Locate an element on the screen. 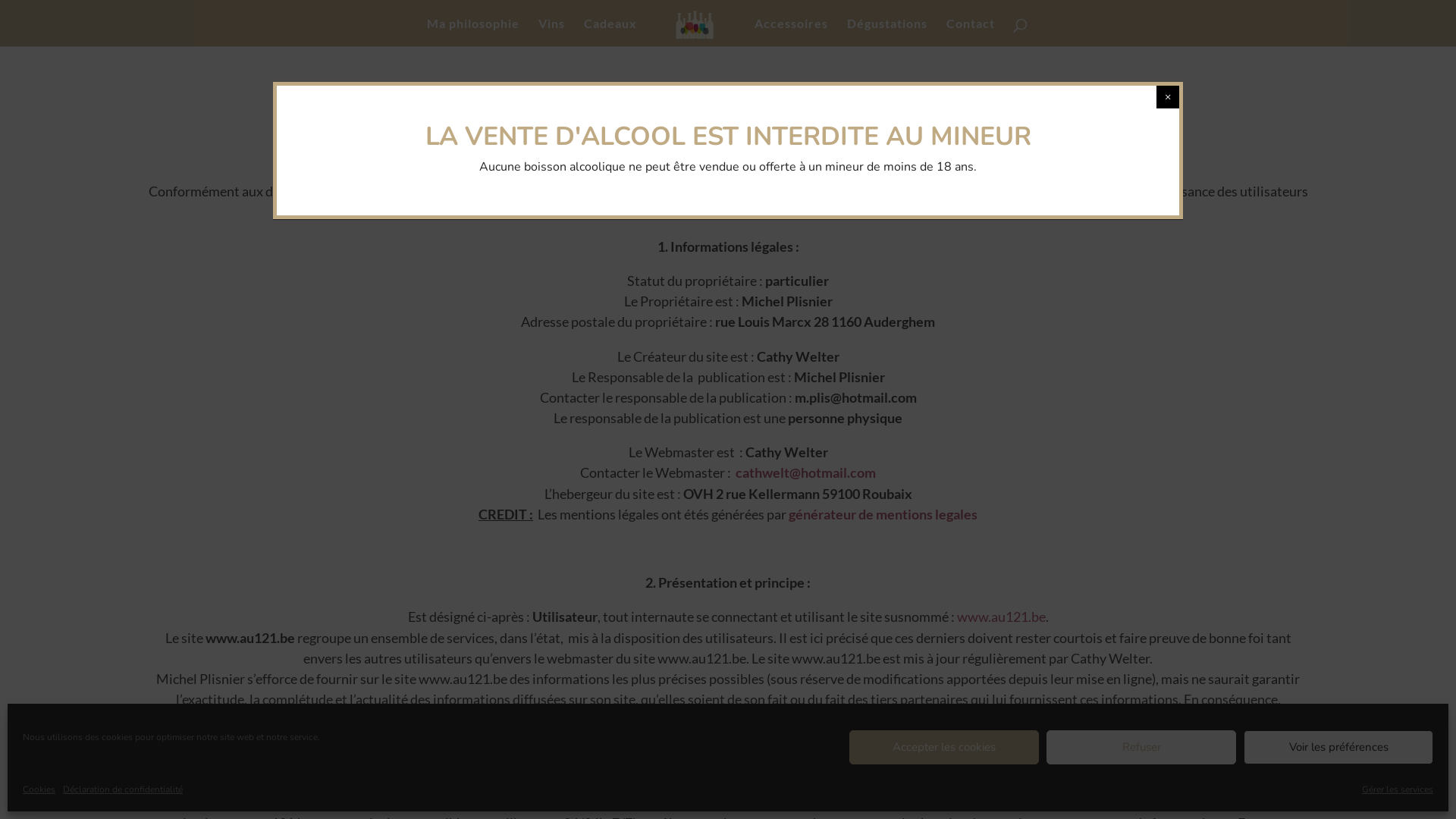 This screenshot has height=819, width=1456. 'Cadeaux' is located at coordinates (610, 32).